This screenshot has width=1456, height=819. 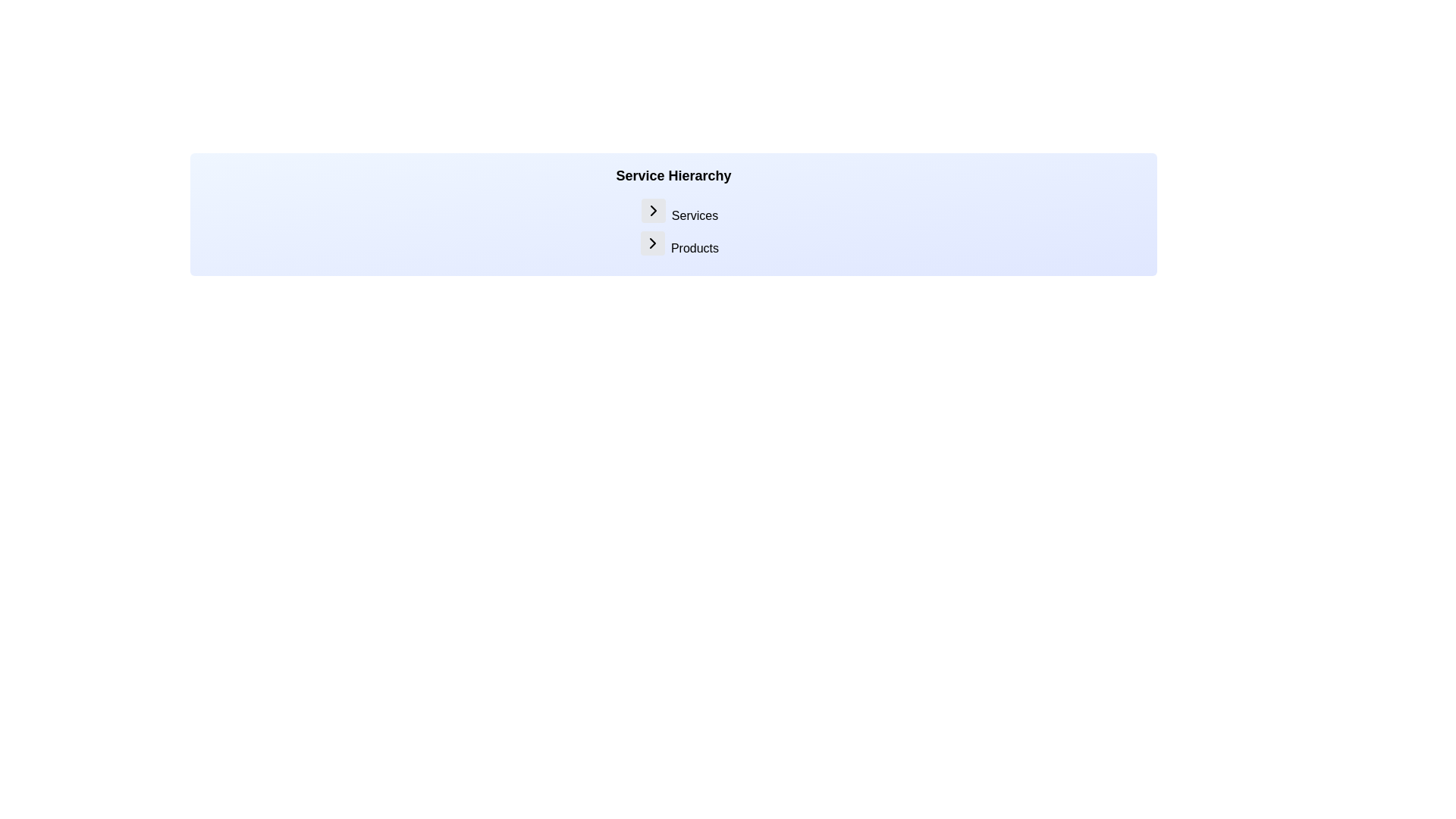 I want to click on the 'Services' text label, which is the first item in the vertical list under 'Service Hierarchy' and has a leftwards pointing chevron icon beside it, so click(x=679, y=212).